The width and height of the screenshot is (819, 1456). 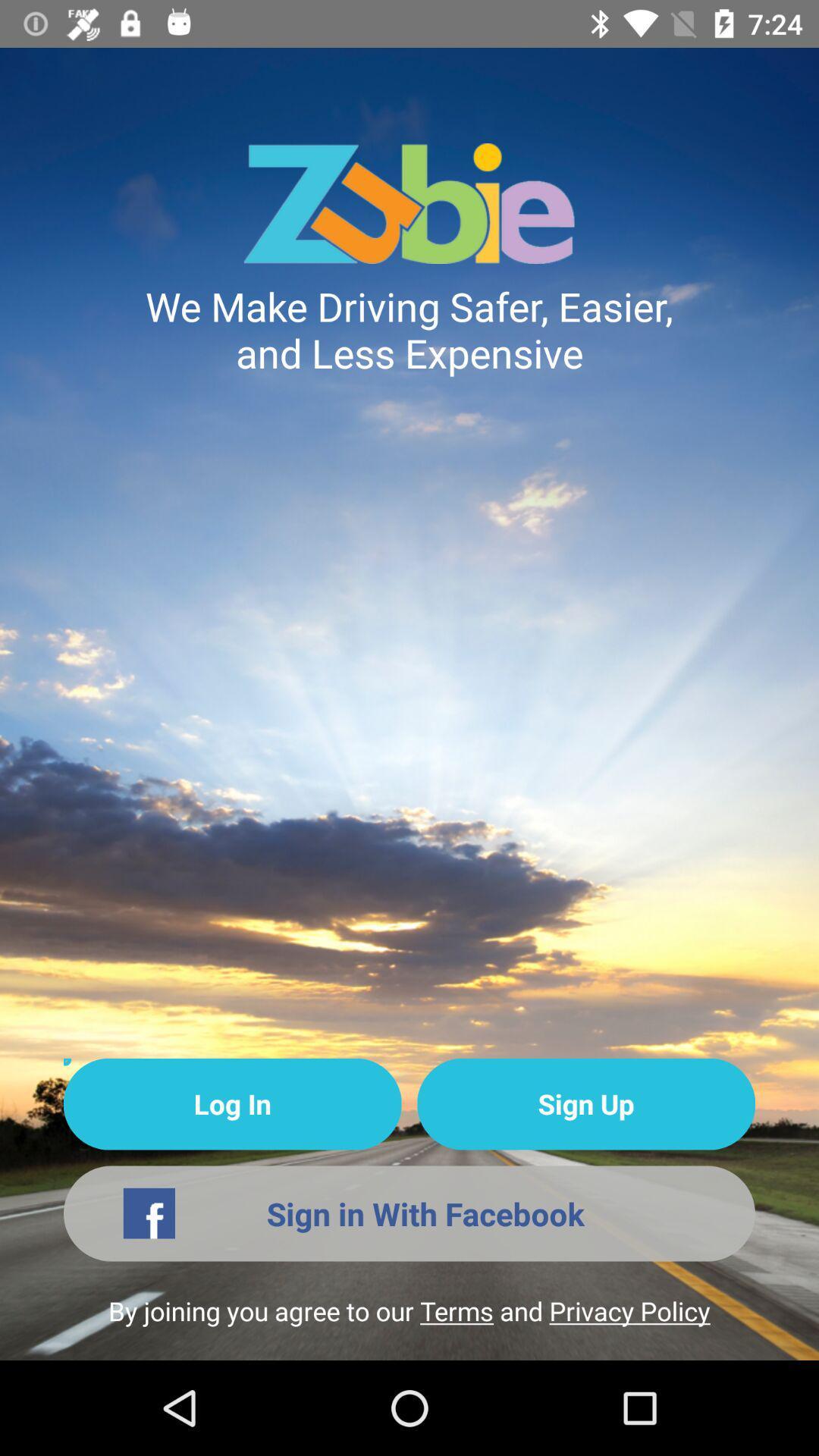 I want to click on the icon at the bottom right corner, so click(x=585, y=1104).